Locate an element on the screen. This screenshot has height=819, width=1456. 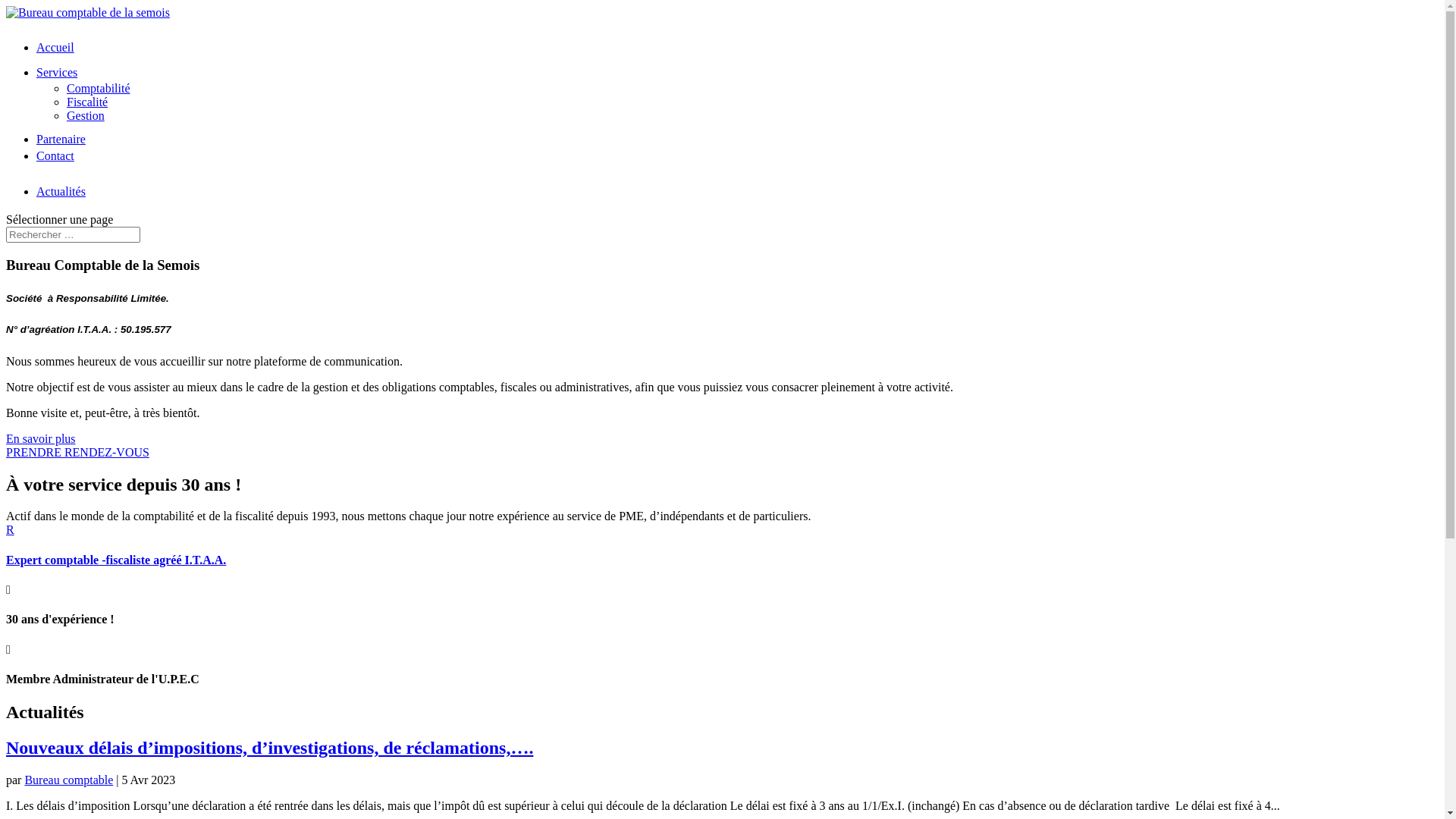
'En savoir plus' is located at coordinates (6, 438).